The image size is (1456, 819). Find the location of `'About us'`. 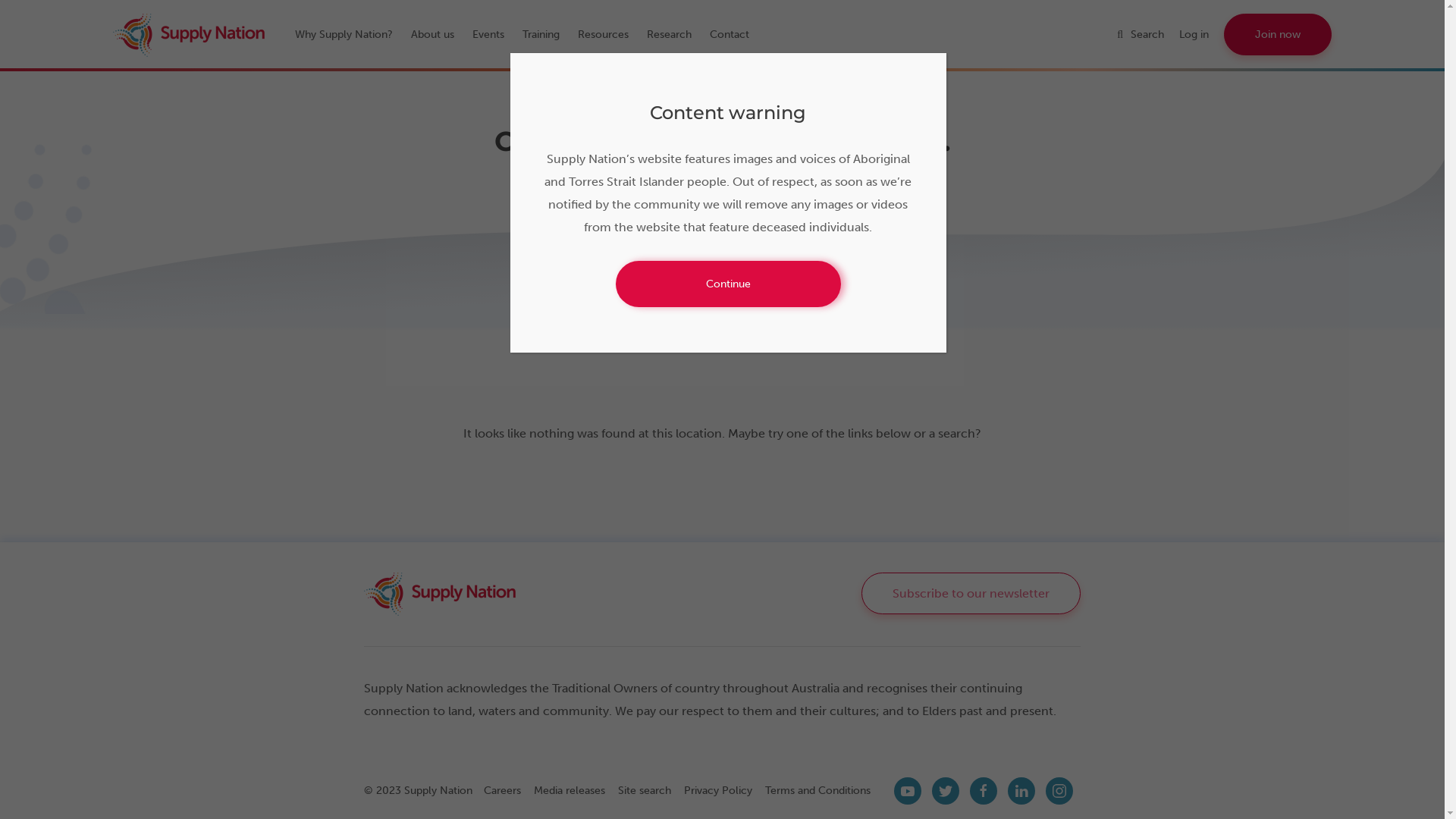

'About us' is located at coordinates (439, 34).